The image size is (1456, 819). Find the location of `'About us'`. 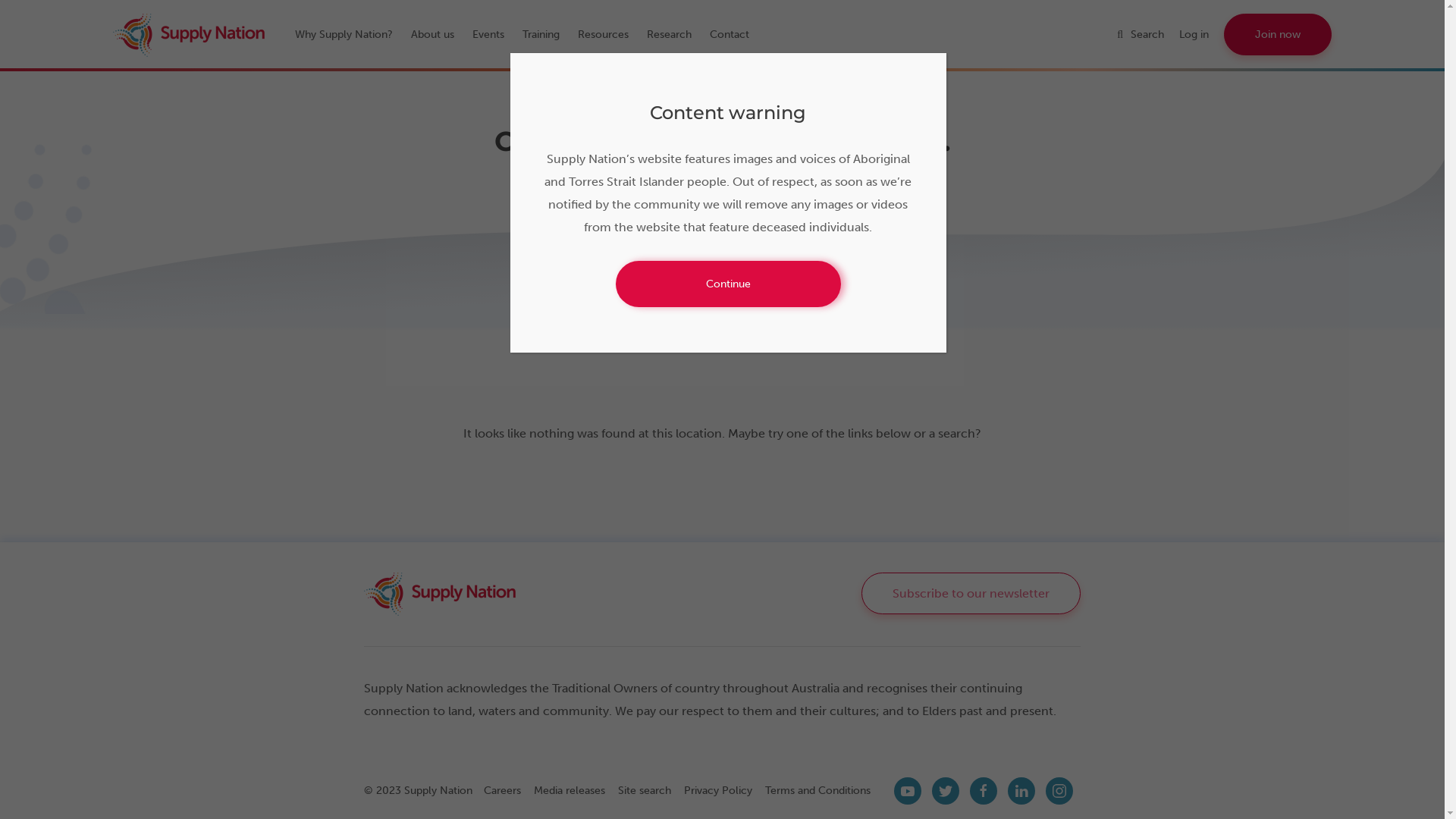

'About us' is located at coordinates (439, 34).